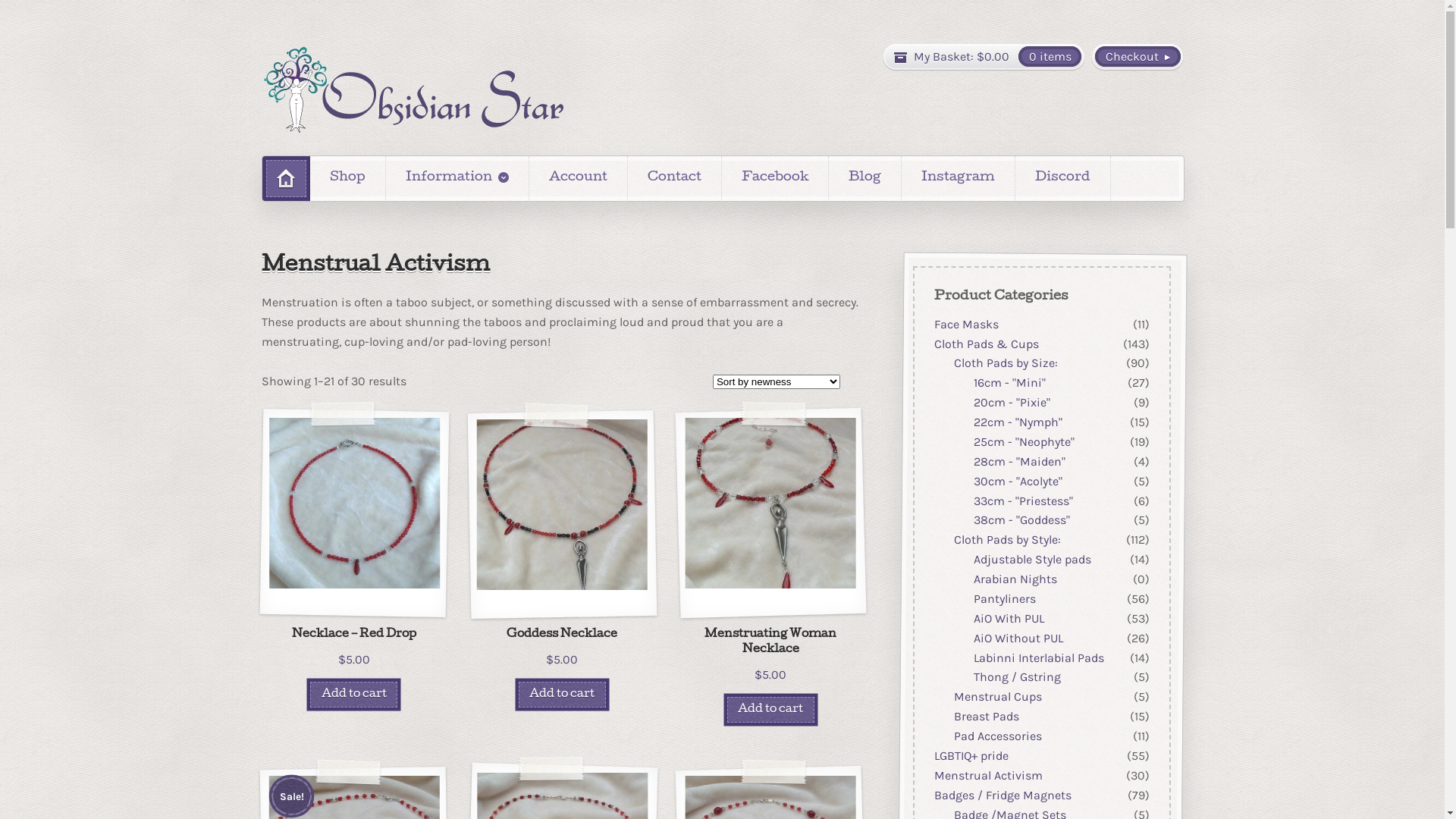  Describe the element at coordinates (986, 344) in the screenshot. I see `'Cloth Pads & Cups'` at that location.